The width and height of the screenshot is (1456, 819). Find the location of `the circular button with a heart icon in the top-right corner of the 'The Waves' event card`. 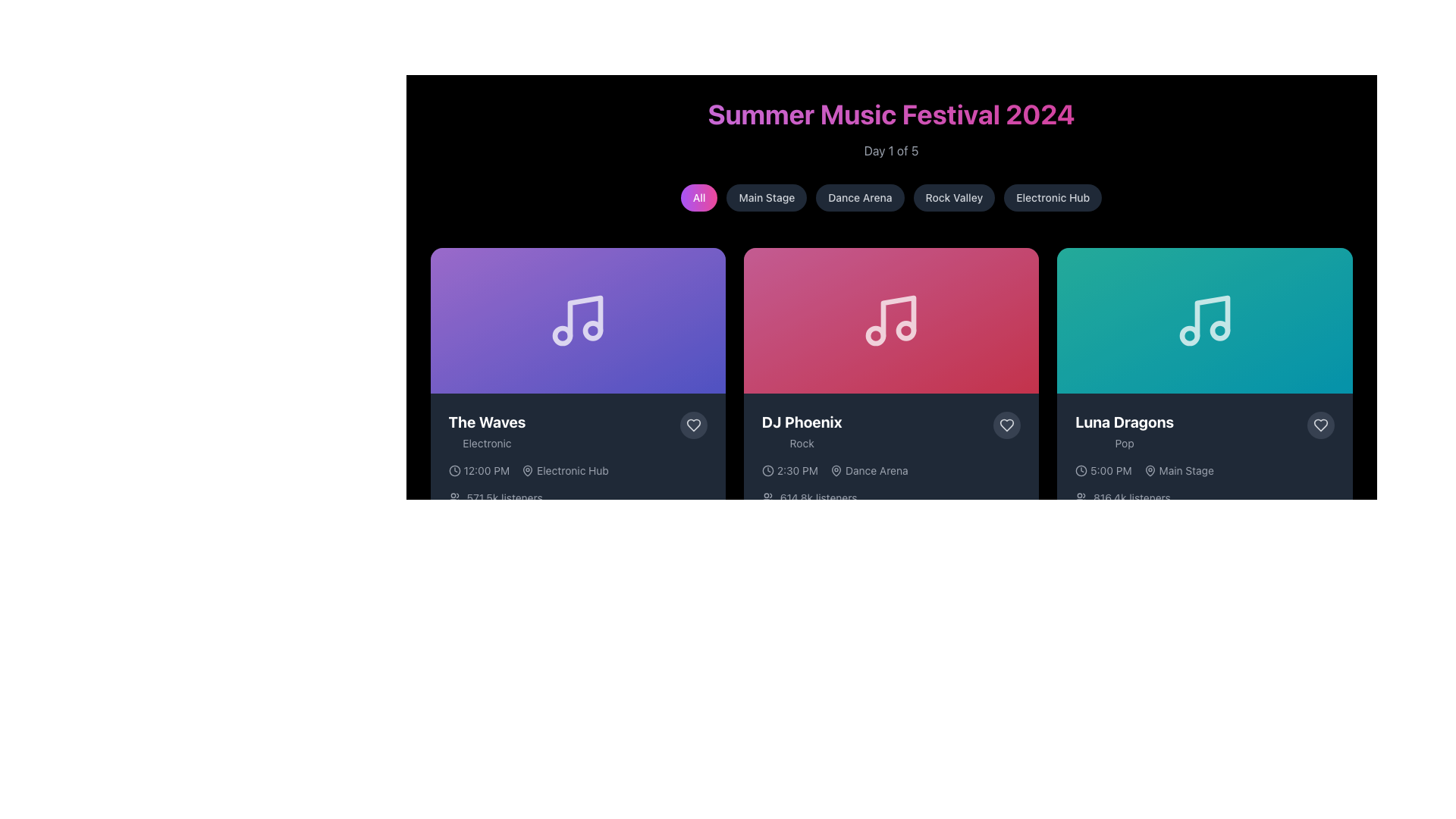

the circular button with a heart icon in the top-right corner of the 'The Waves' event card is located at coordinates (692, 425).